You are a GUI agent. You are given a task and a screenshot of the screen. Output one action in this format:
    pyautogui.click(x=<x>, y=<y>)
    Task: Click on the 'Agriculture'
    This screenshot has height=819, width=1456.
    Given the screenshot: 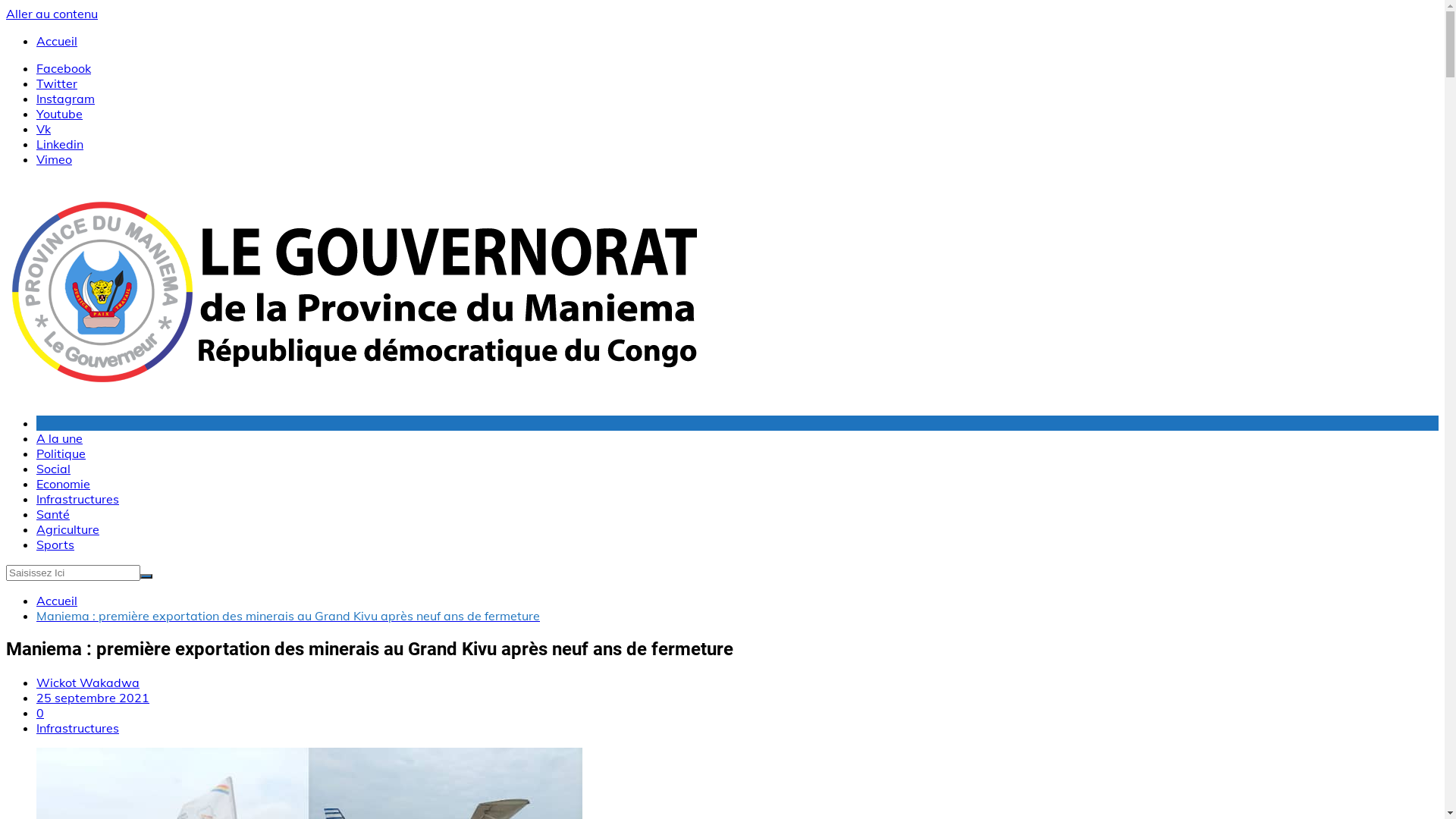 What is the action you would take?
    pyautogui.click(x=67, y=529)
    